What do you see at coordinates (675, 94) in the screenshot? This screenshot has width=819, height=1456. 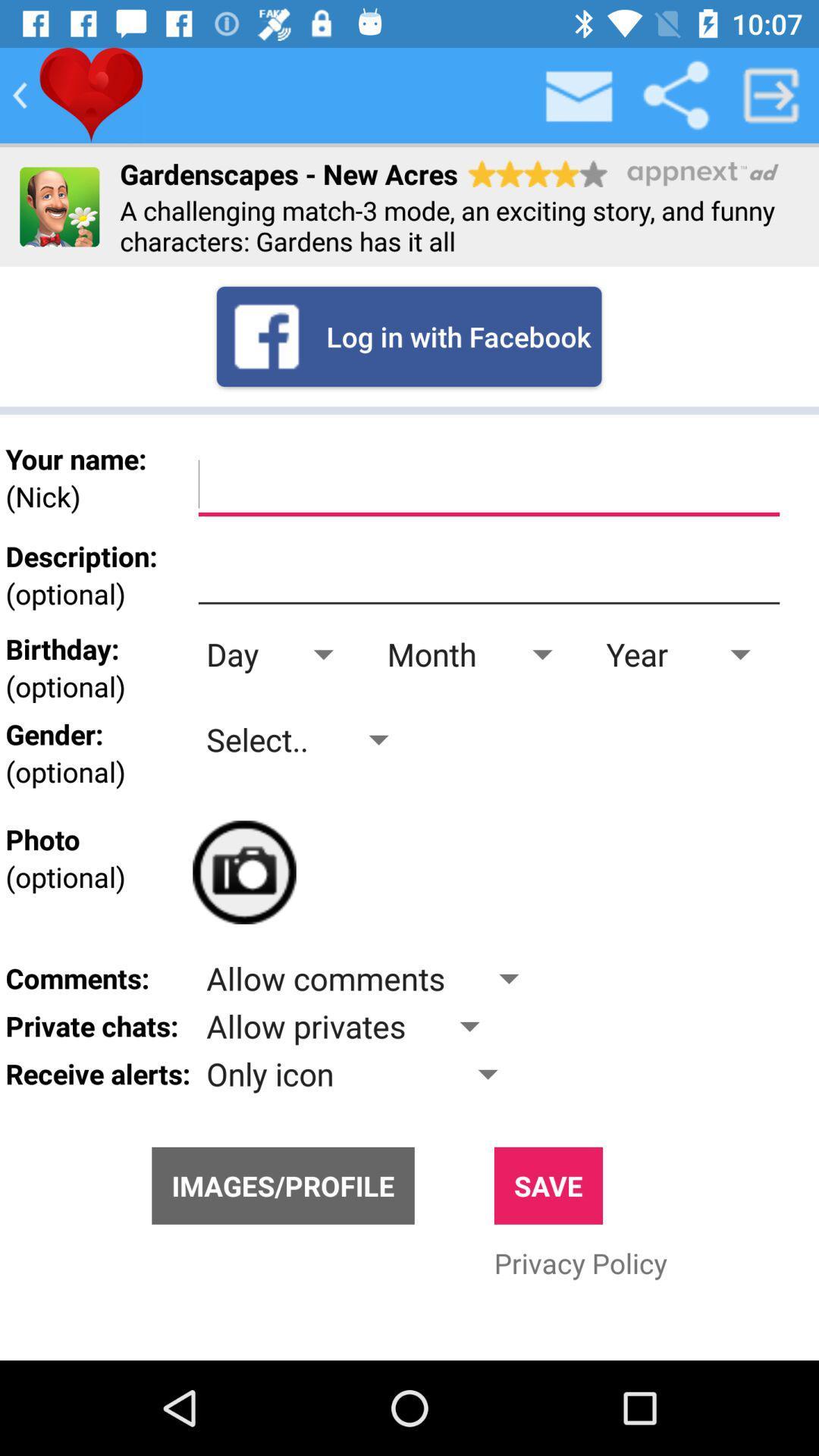 I see `share button` at bounding box center [675, 94].